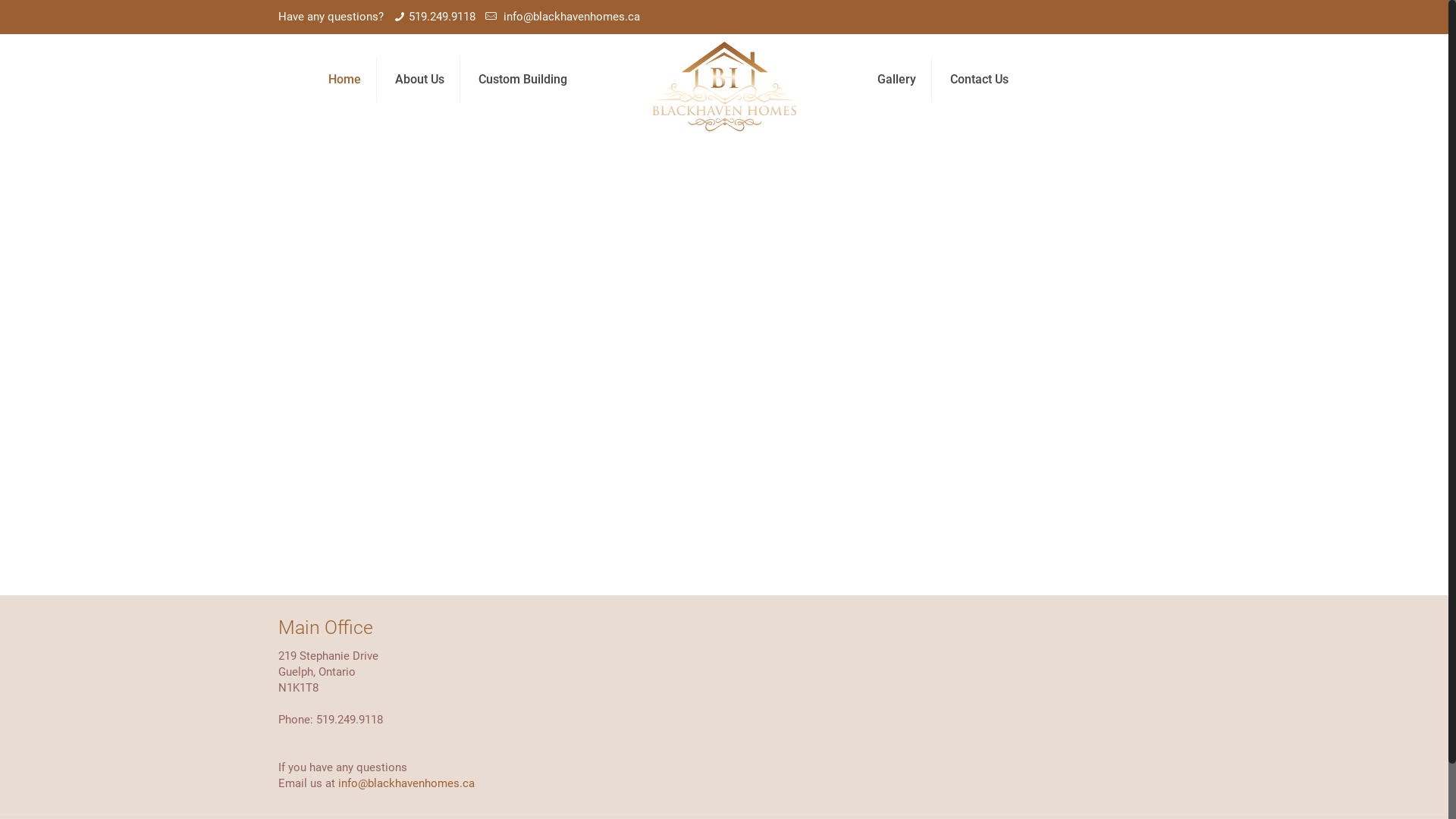  I want to click on '519.249.9118', so click(441, 17).